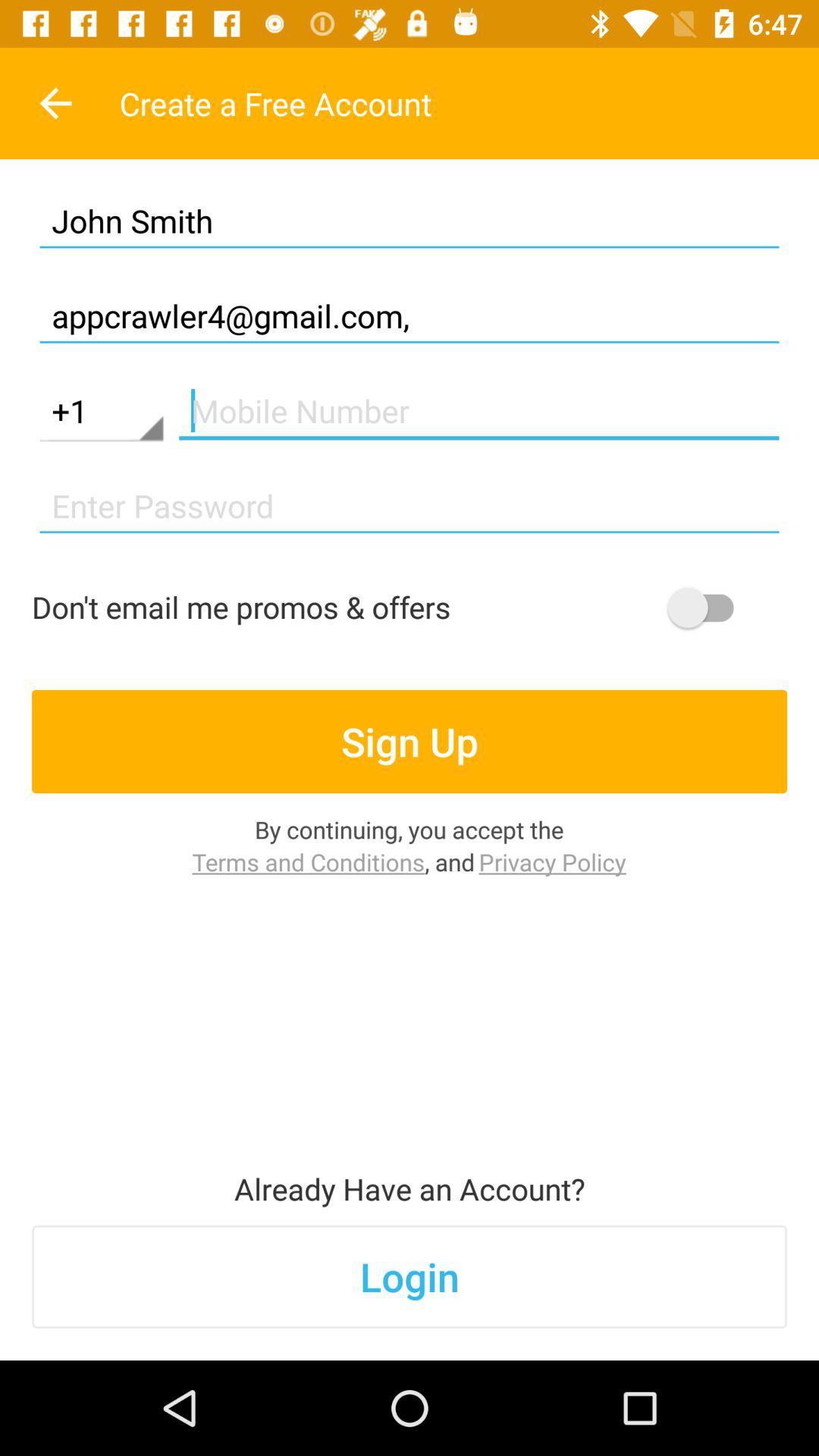  Describe the element at coordinates (409, 506) in the screenshot. I see `make your password` at that location.